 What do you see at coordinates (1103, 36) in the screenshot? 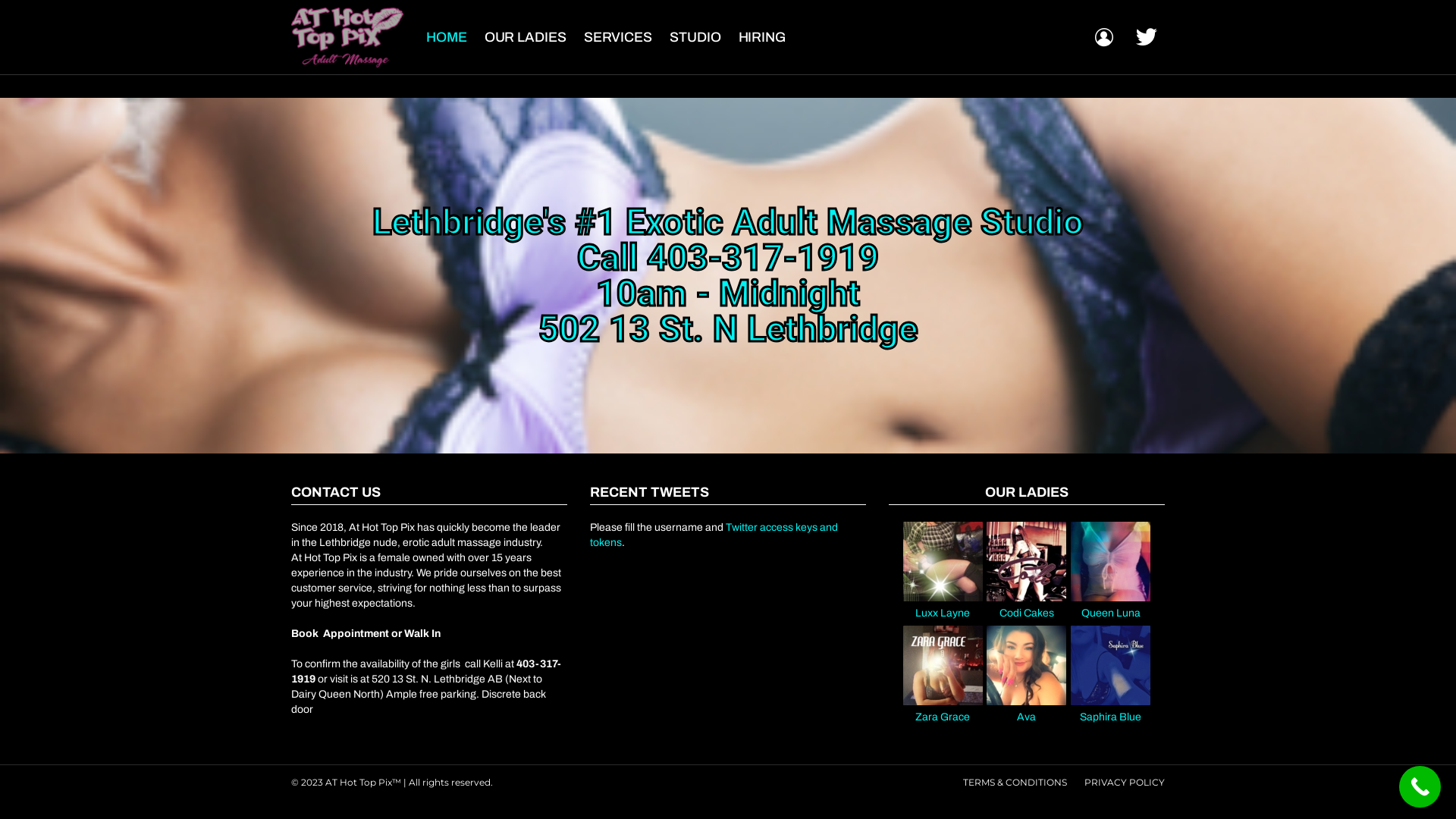
I see `'LOGIN'` at bounding box center [1103, 36].